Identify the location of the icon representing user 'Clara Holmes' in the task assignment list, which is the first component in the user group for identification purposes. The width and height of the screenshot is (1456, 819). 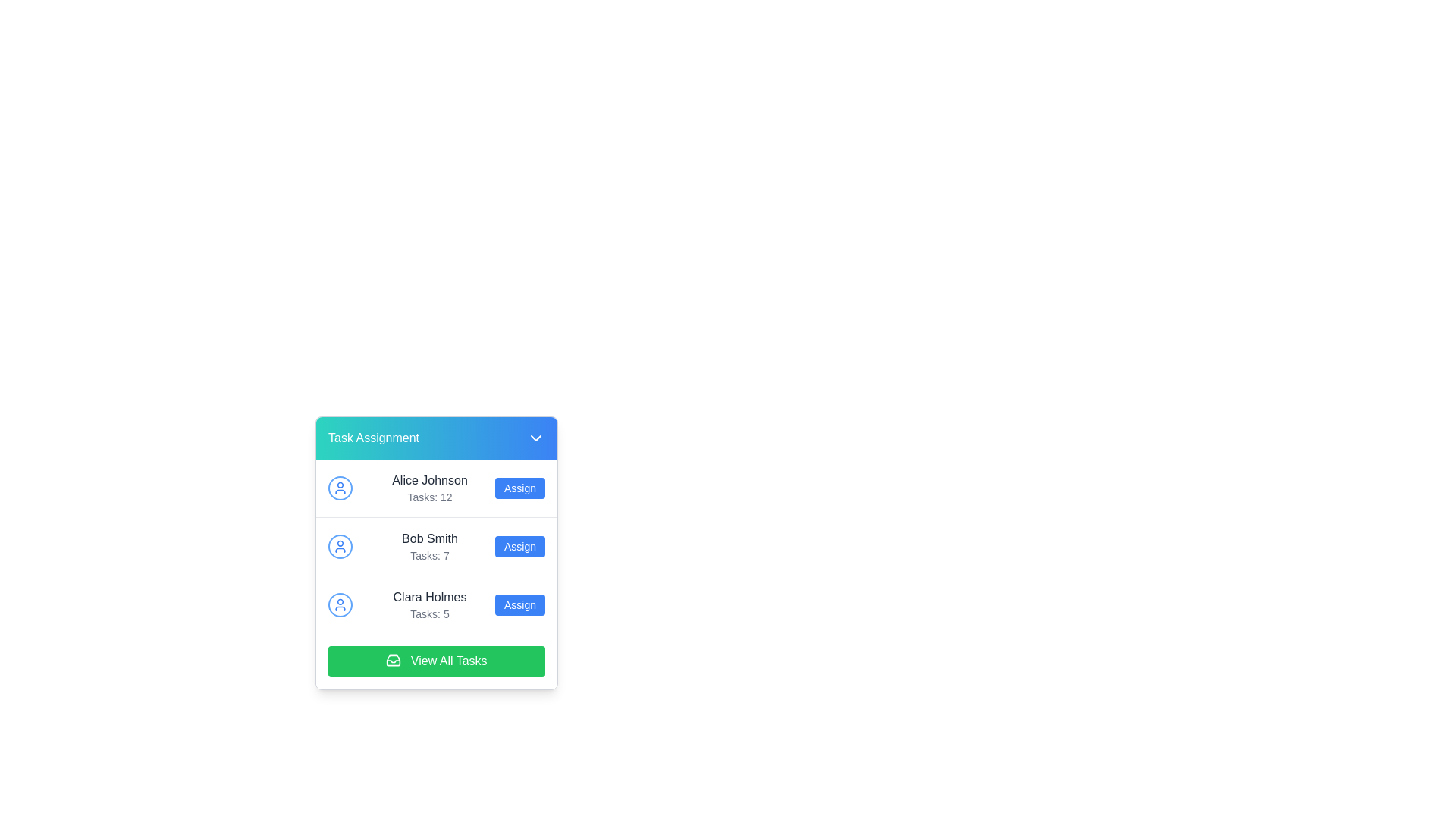
(340, 604).